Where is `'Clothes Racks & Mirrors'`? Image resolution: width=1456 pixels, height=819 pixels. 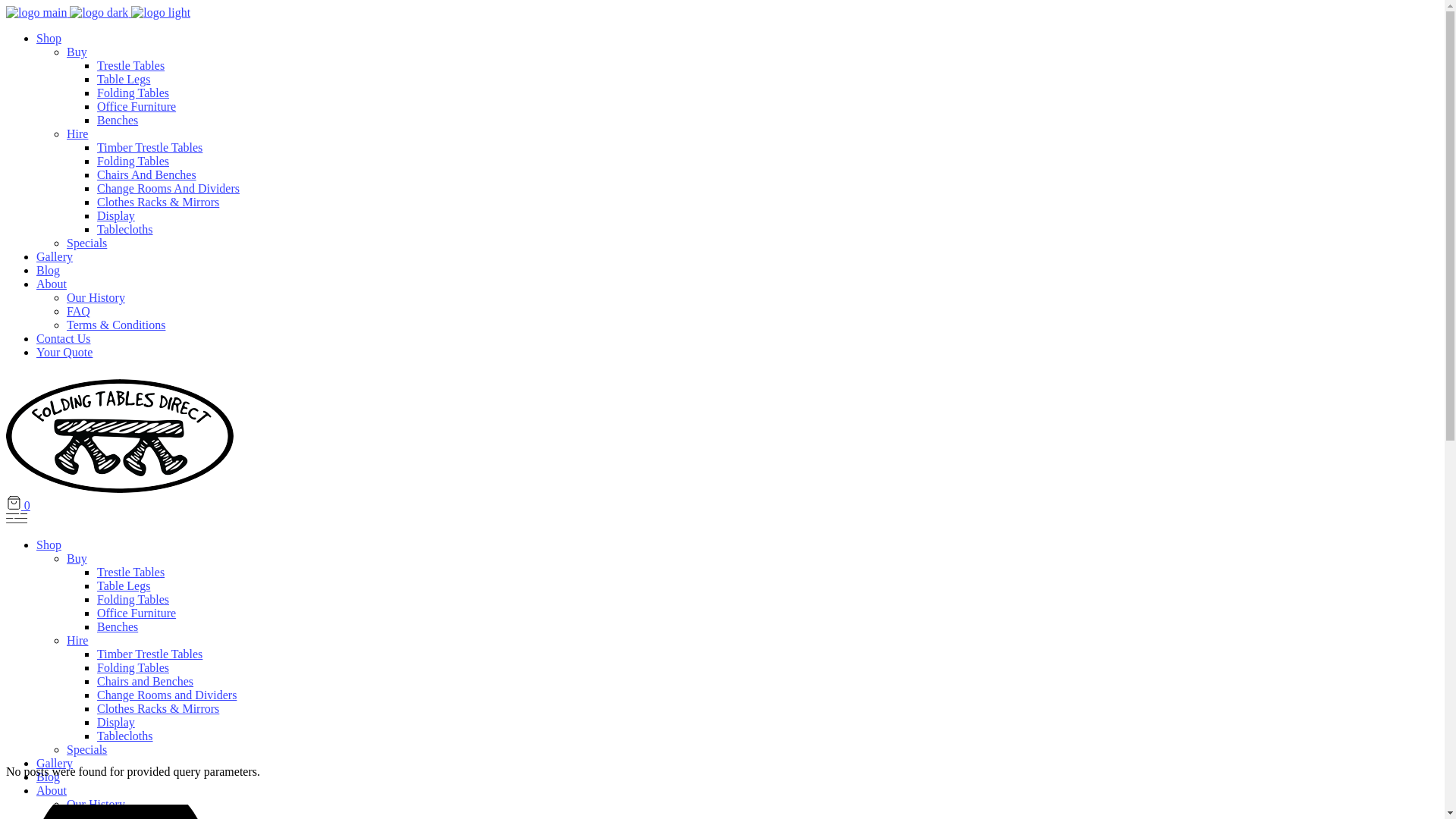 'Clothes Racks & Mirrors' is located at coordinates (158, 201).